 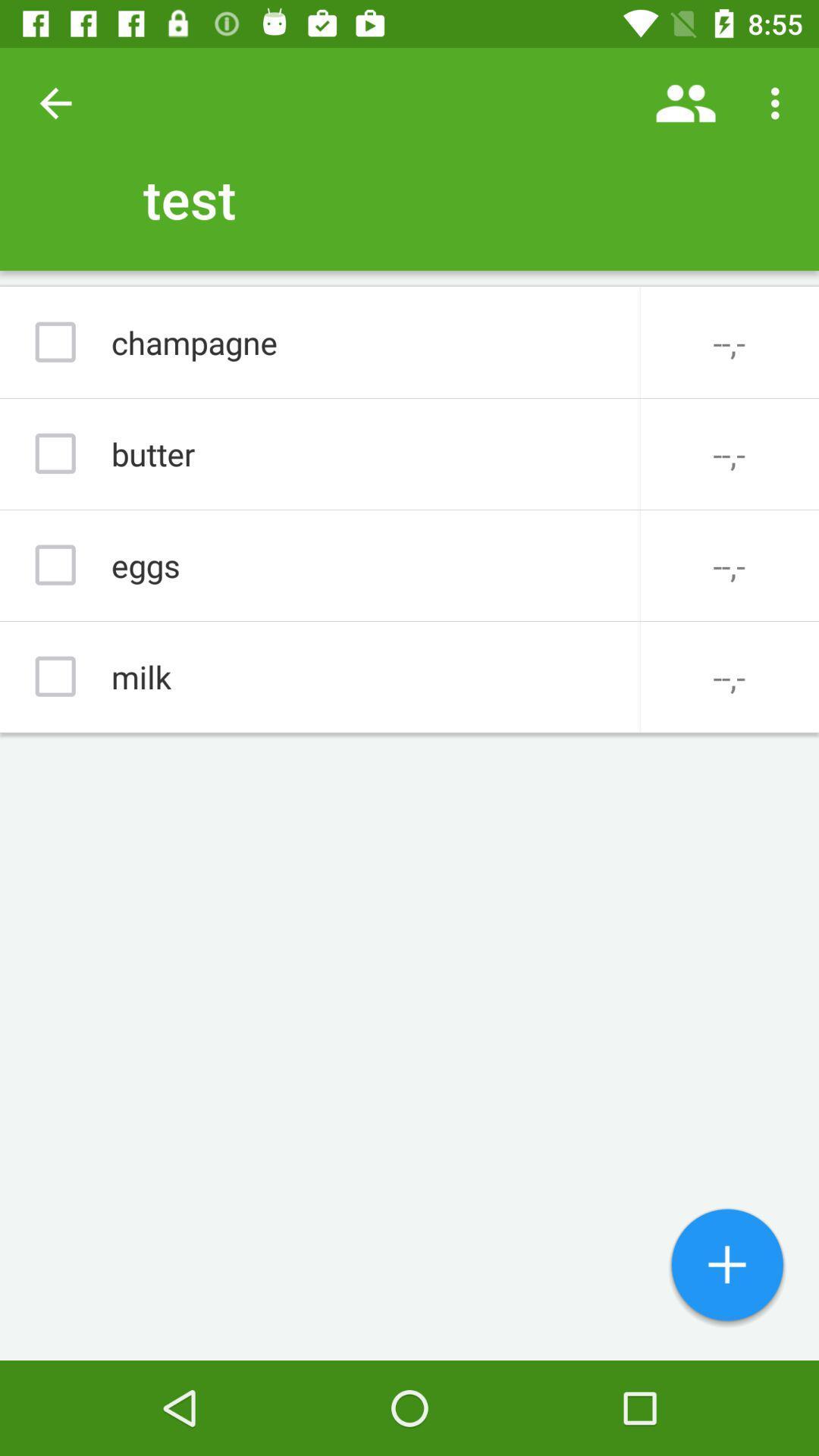 What do you see at coordinates (686, 102) in the screenshot?
I see `icon next to test icon` at bounding box center [686, 102].